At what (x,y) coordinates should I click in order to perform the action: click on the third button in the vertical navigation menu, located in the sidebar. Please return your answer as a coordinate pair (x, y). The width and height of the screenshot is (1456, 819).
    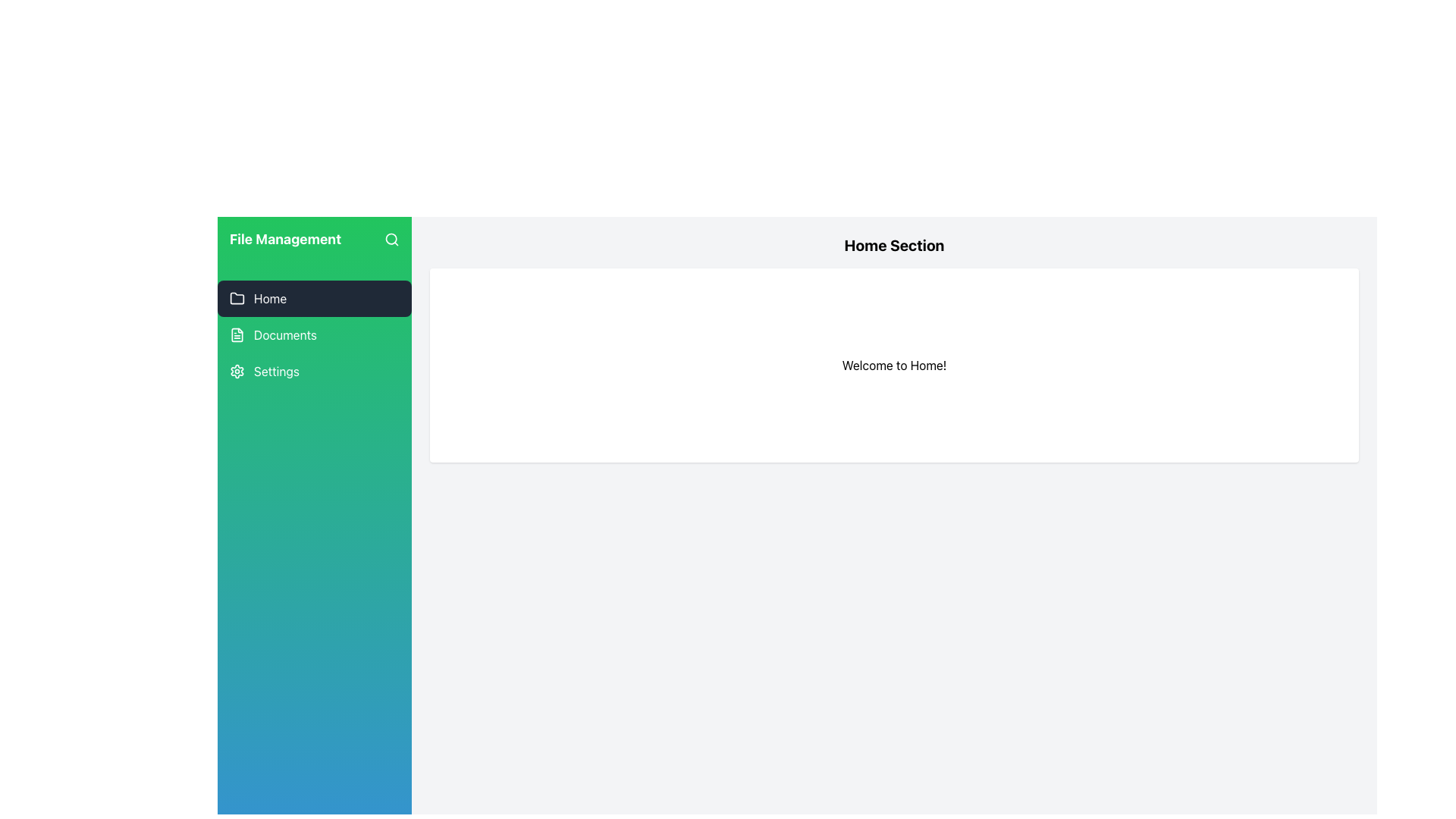
    Looking at the image, I should click on (313, 371).